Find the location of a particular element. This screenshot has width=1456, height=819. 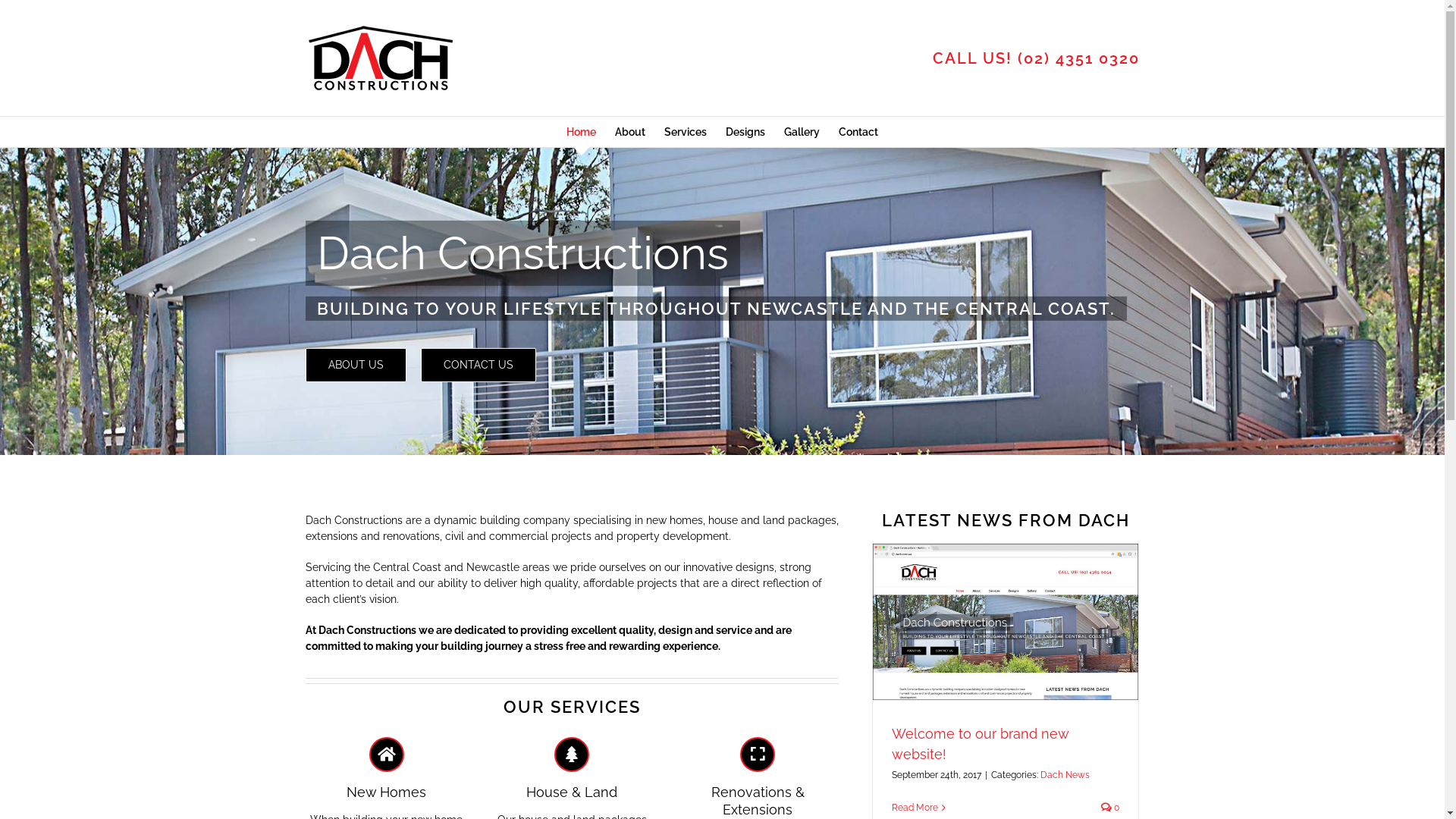

'Welcome to our brand new website!' is located at coordinates (980, 742).